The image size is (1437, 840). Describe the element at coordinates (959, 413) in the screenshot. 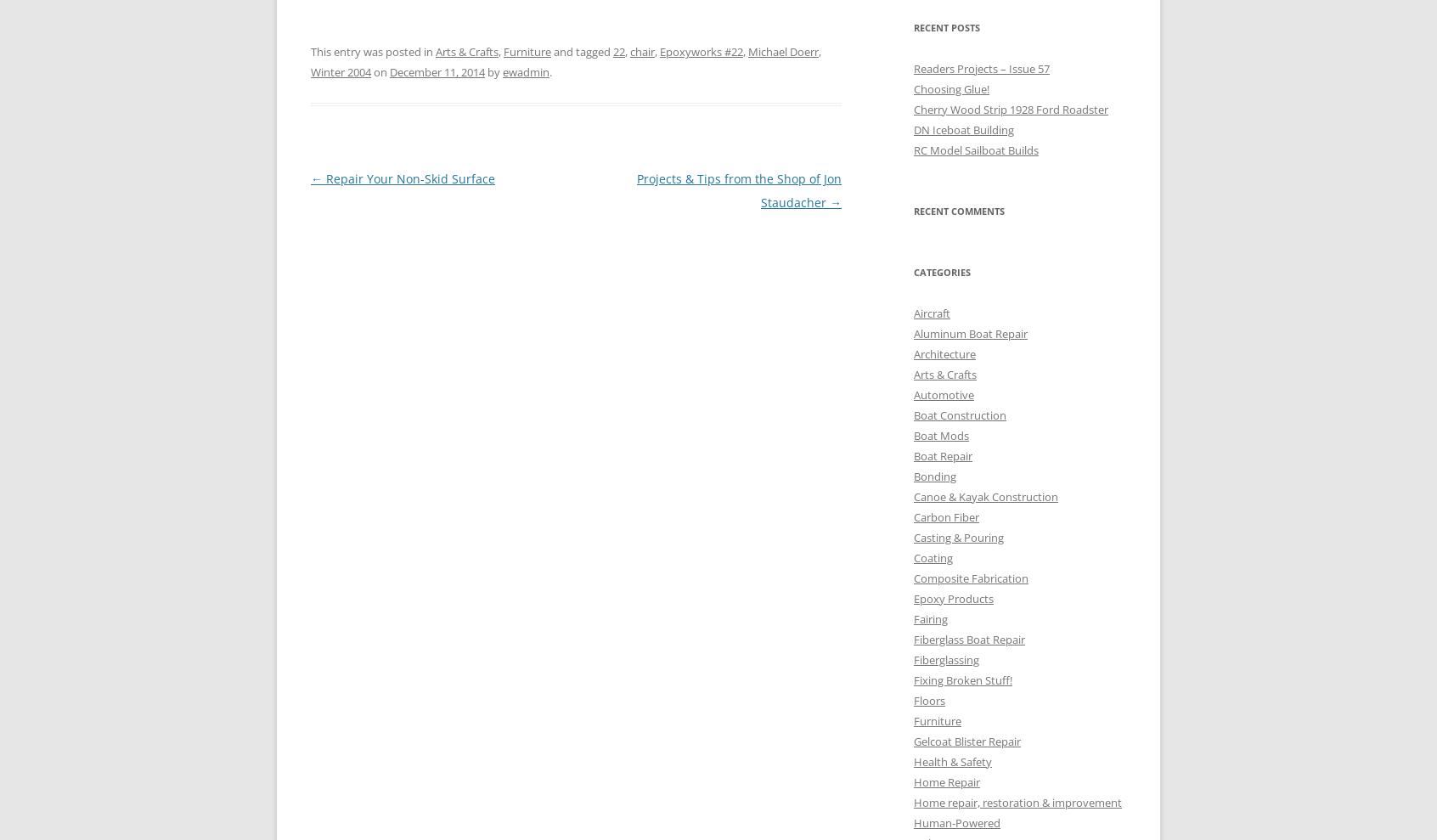

I see `'Boat Construction'` at that location.